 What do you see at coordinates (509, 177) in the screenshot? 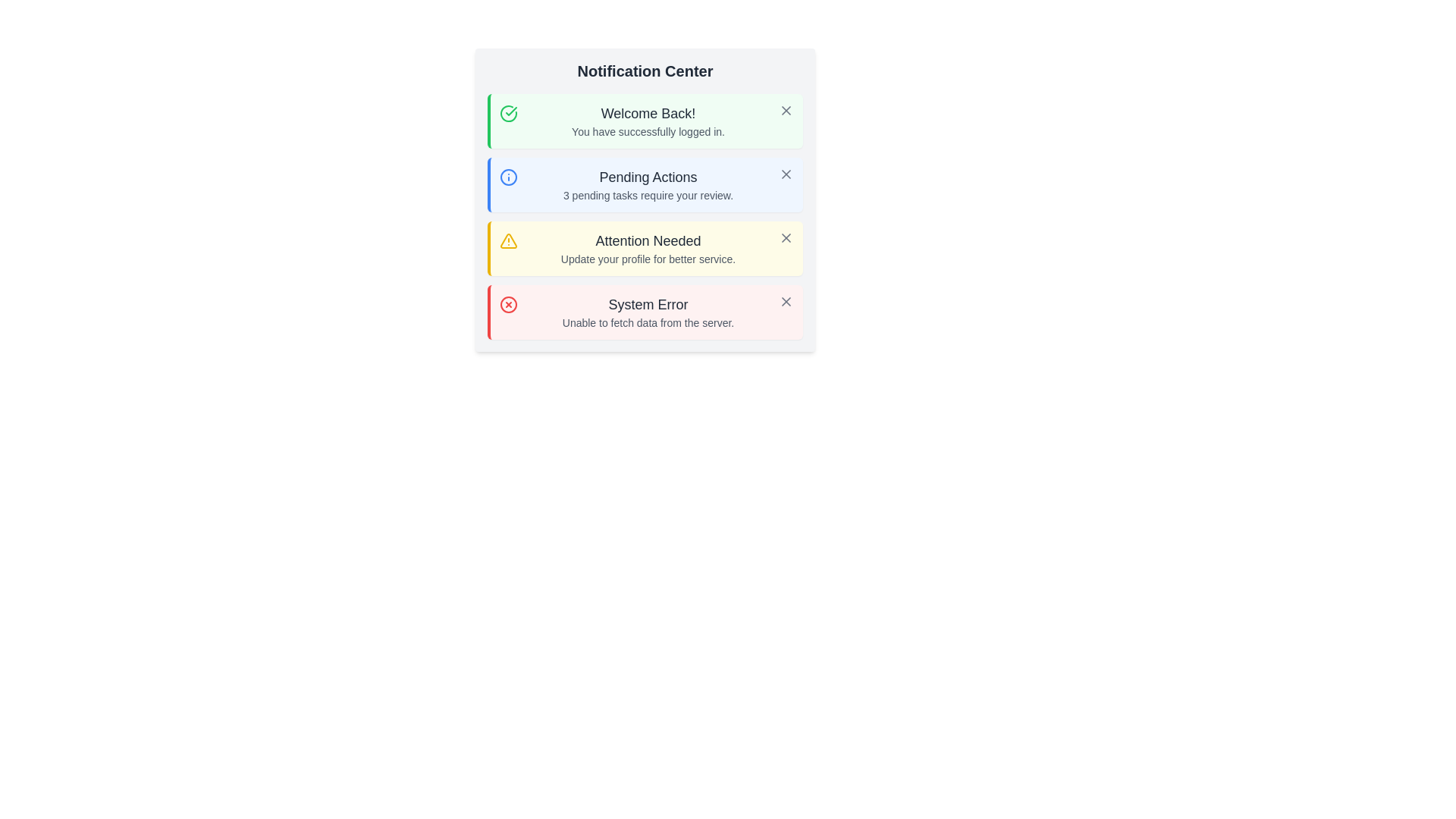
I see `the SVG Circle graphic located within the second notification labeled 'Pending Actions'` at bounding box center [509, 177].